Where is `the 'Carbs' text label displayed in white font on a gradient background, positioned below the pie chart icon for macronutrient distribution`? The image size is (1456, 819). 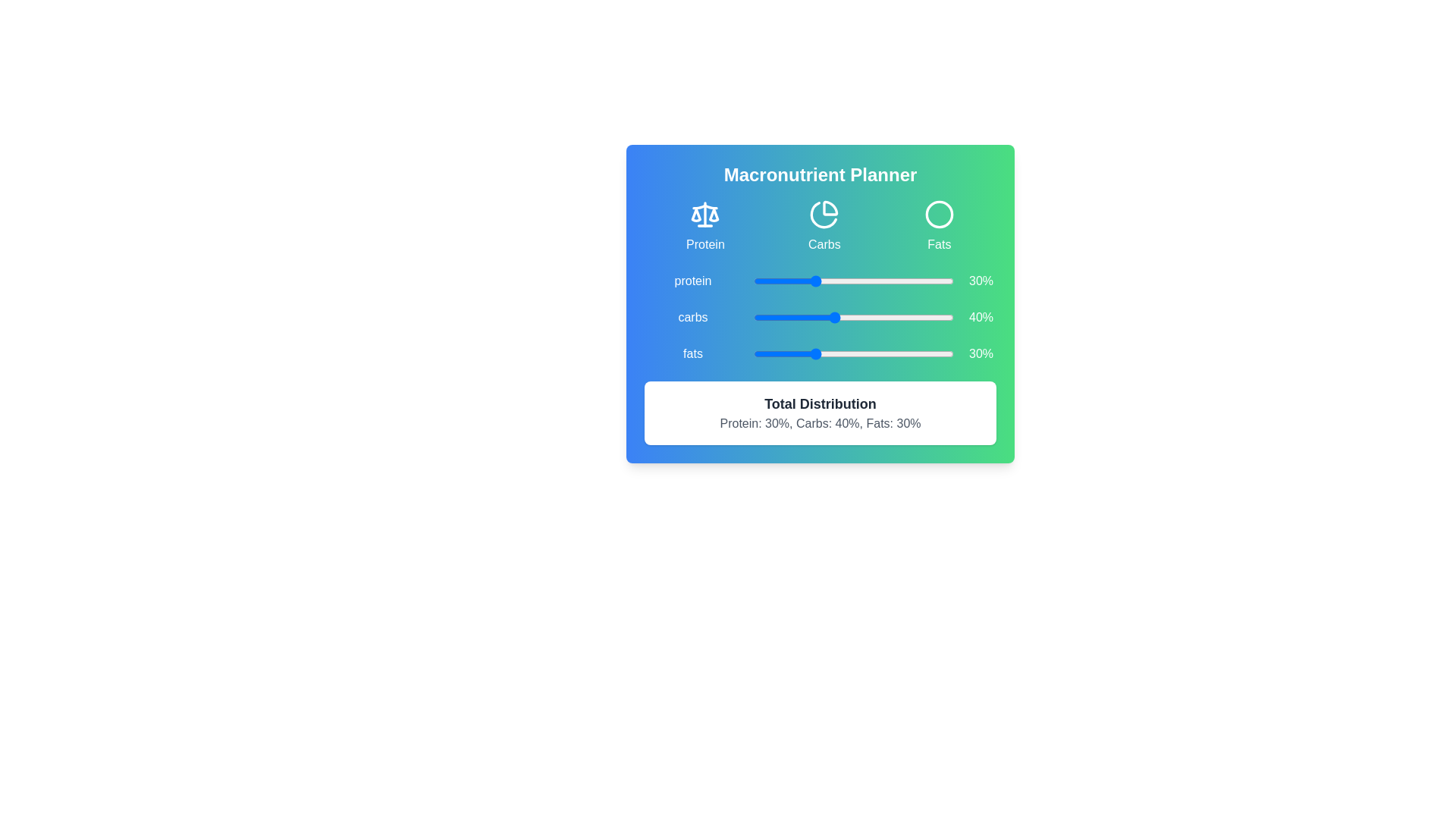
the 'Carbs' text label displayed in white font on a gradient background, positioned below the pie chart icon for macronutrient distribution is located at coordinates (824, 243).